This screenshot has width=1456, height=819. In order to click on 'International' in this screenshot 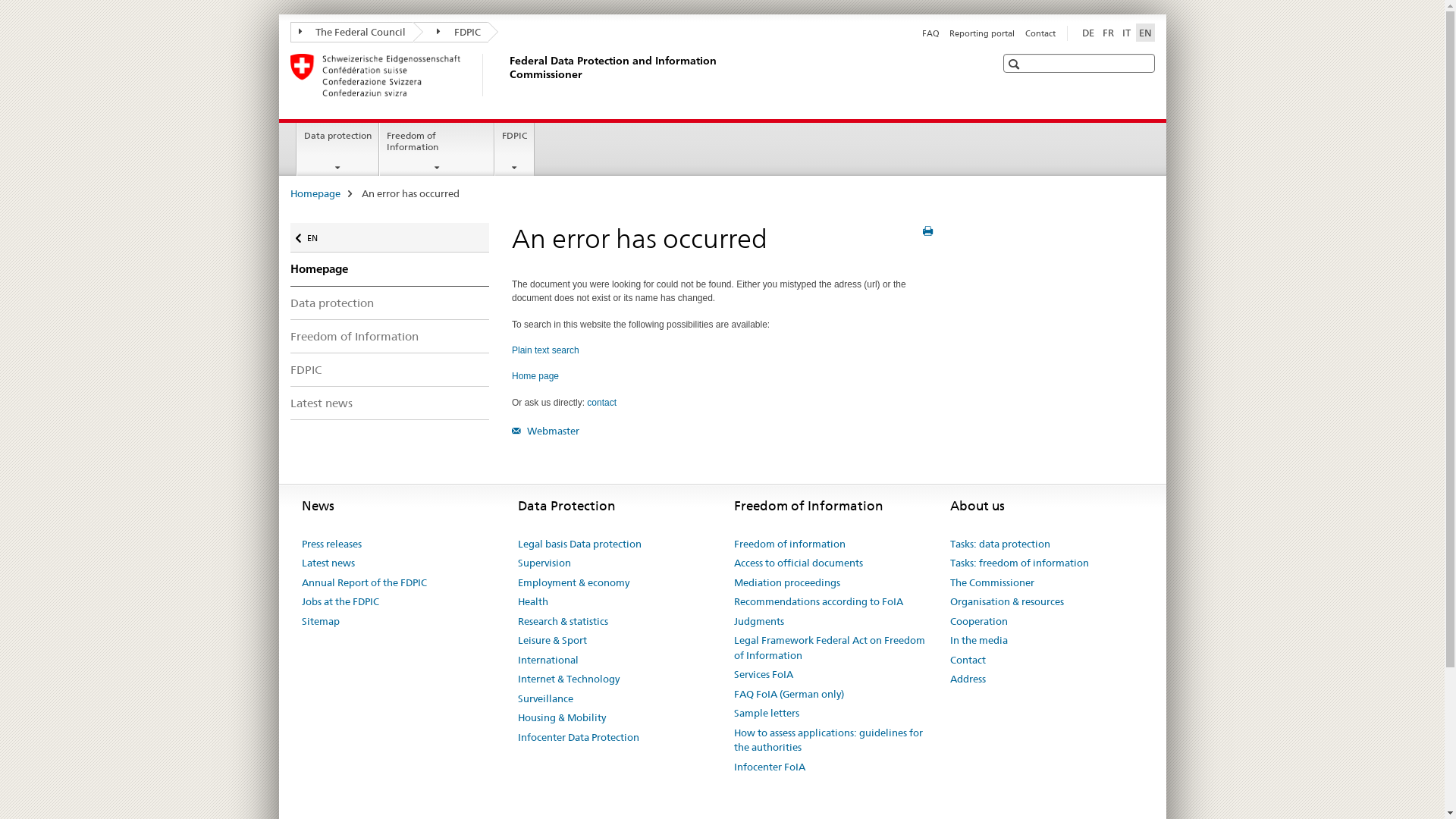, I will do `click(546, 660)`.